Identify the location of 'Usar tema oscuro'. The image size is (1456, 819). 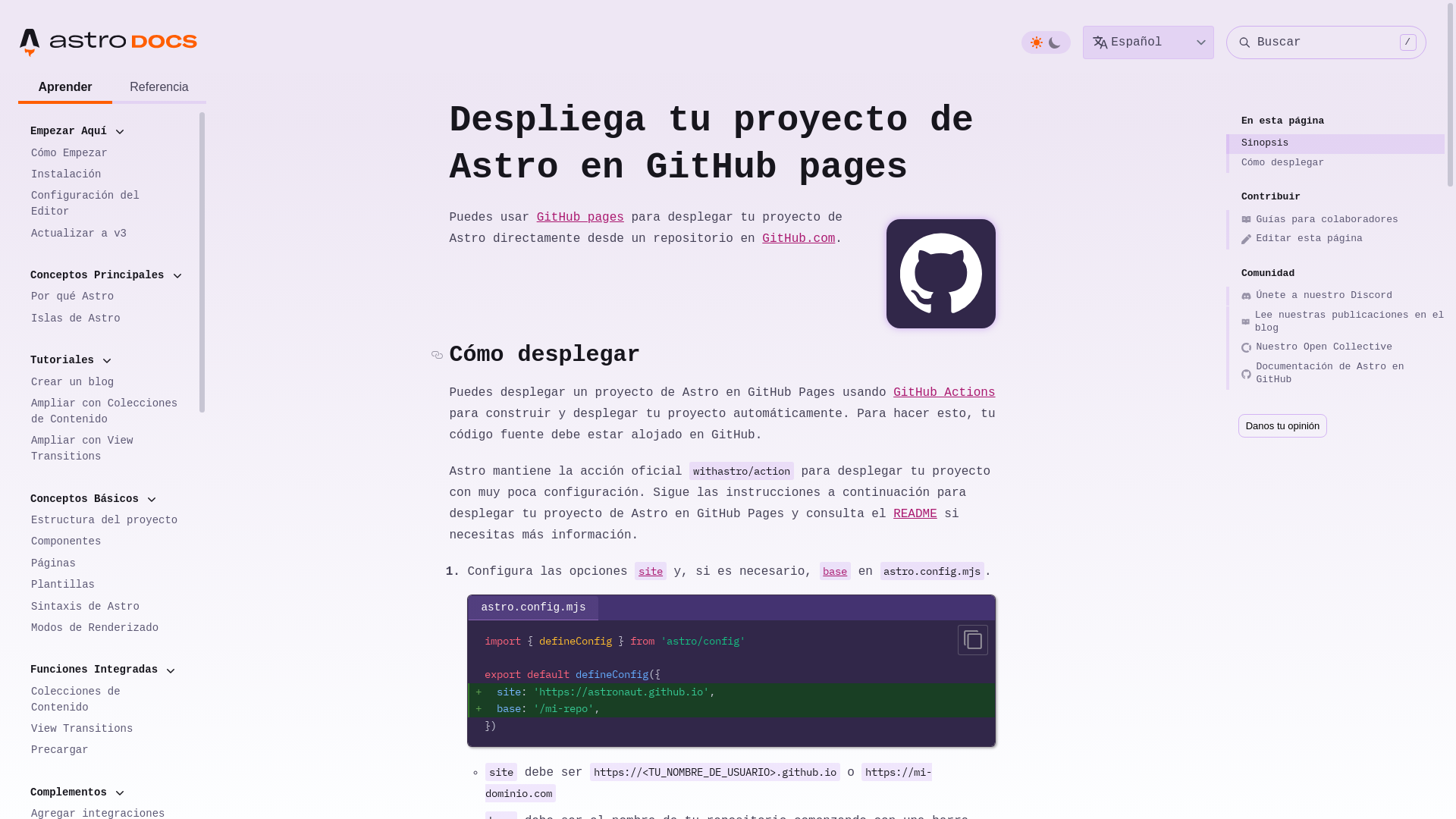
(1046, 42).